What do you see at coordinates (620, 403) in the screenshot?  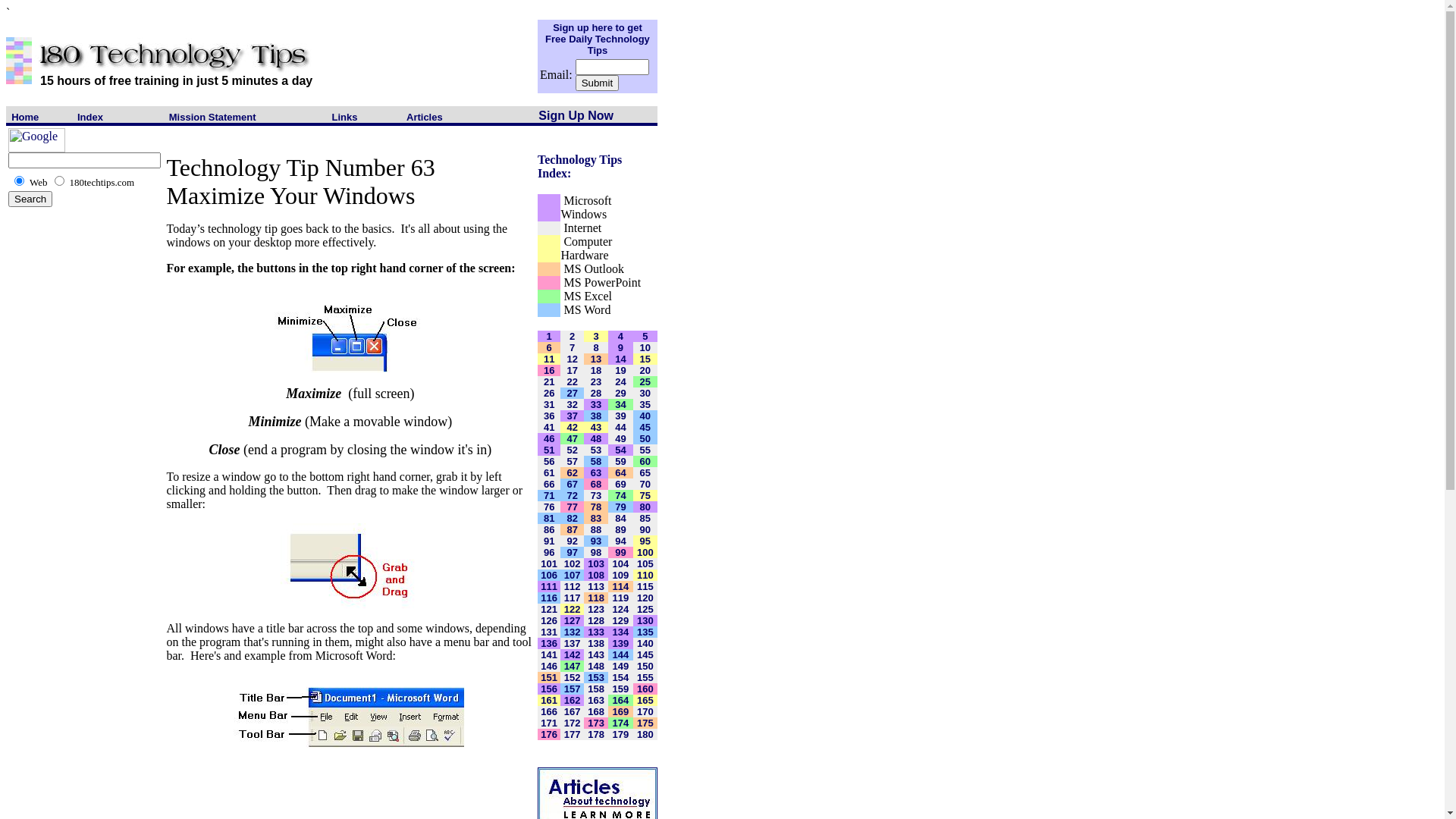 I see `'34'` at bounding box center [620, 403].